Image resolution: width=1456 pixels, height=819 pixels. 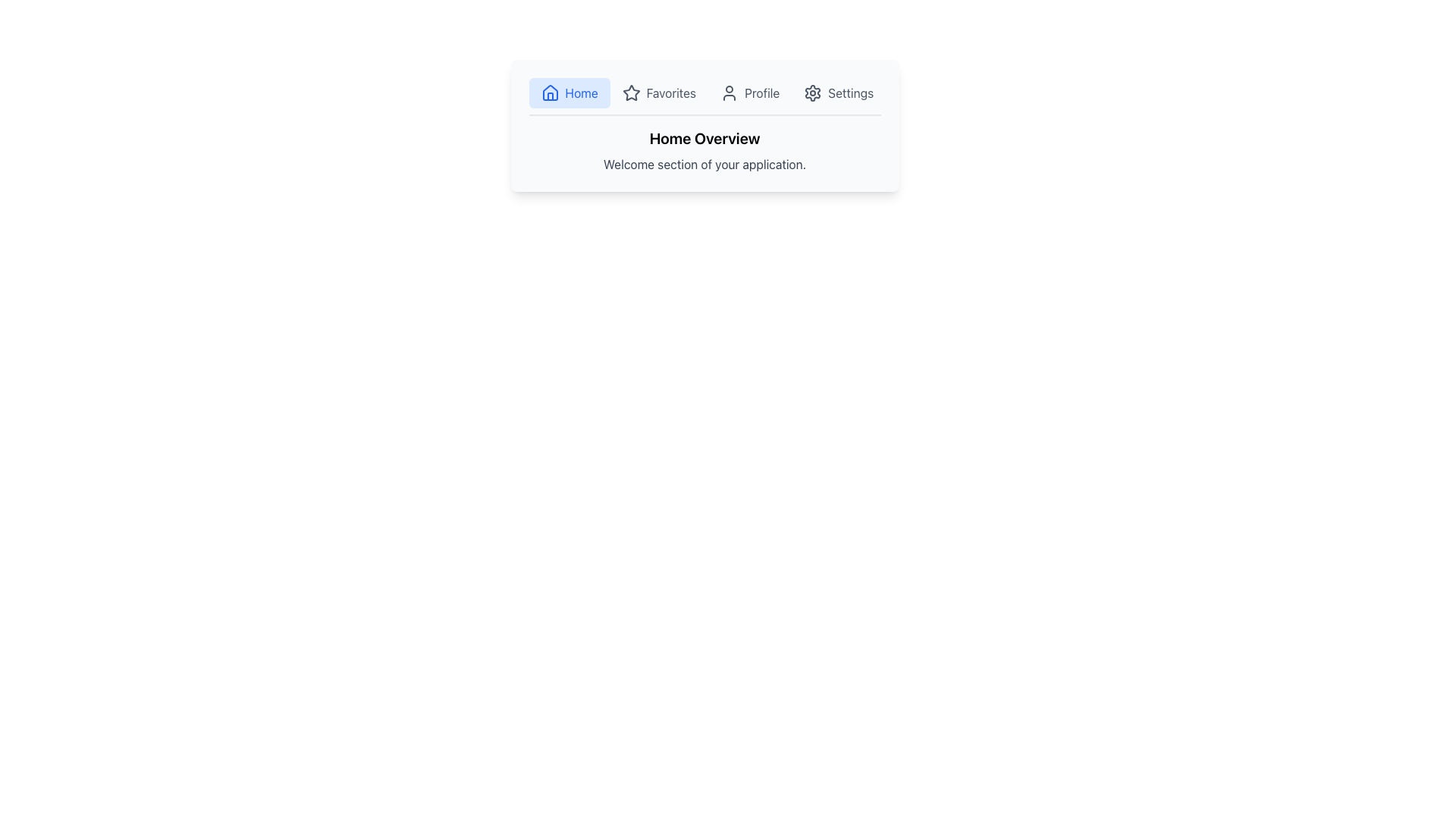 I want to click on the house-shaped icon located on the top-left of the navigation bar, labeled 'Home', which precedes the 'Favorites' button, so click(x=549, y=93).